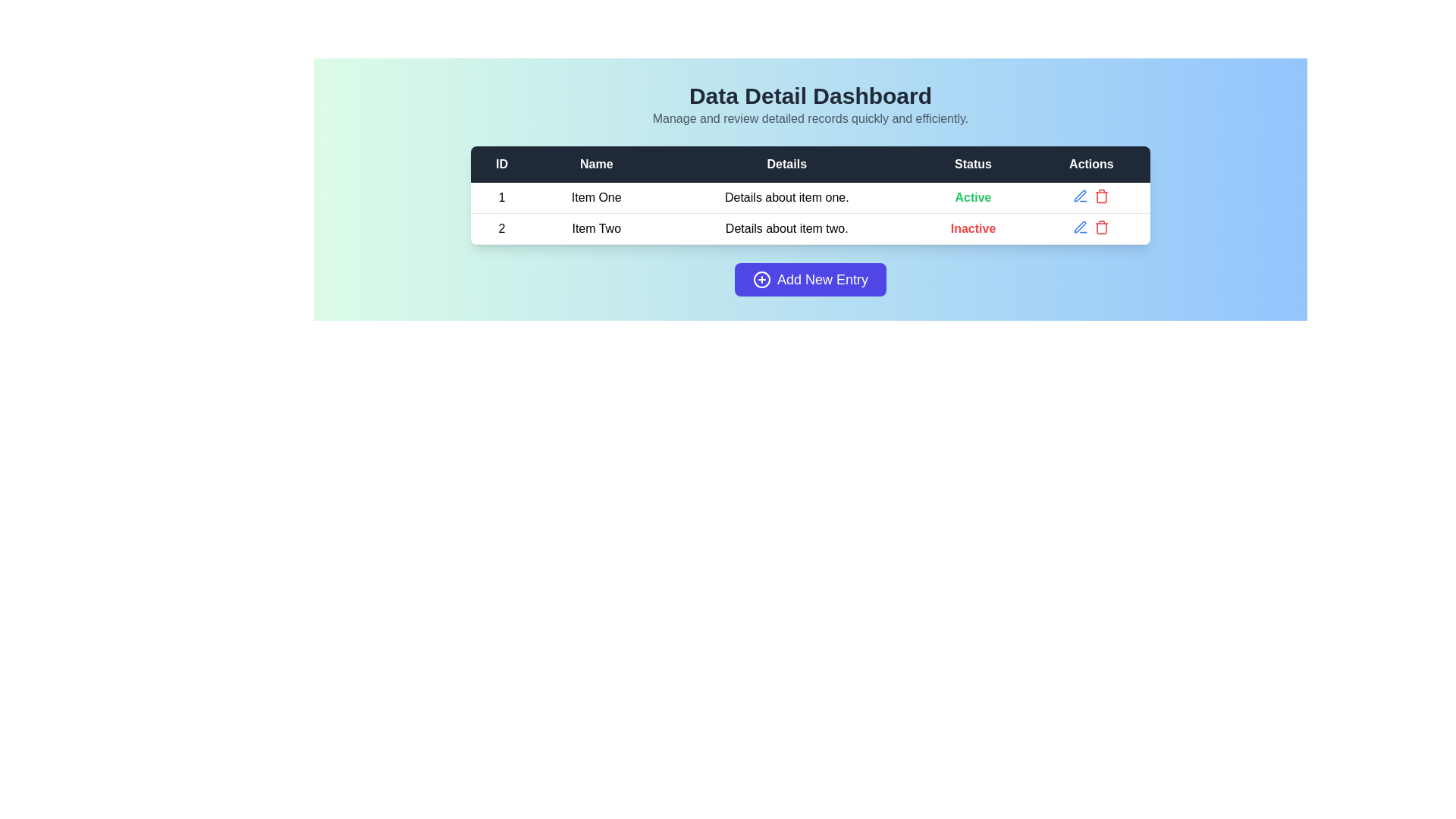  I want to click on the static text label in the second column of the first row under the 'Name' header in the table structure, so click(595, 197).